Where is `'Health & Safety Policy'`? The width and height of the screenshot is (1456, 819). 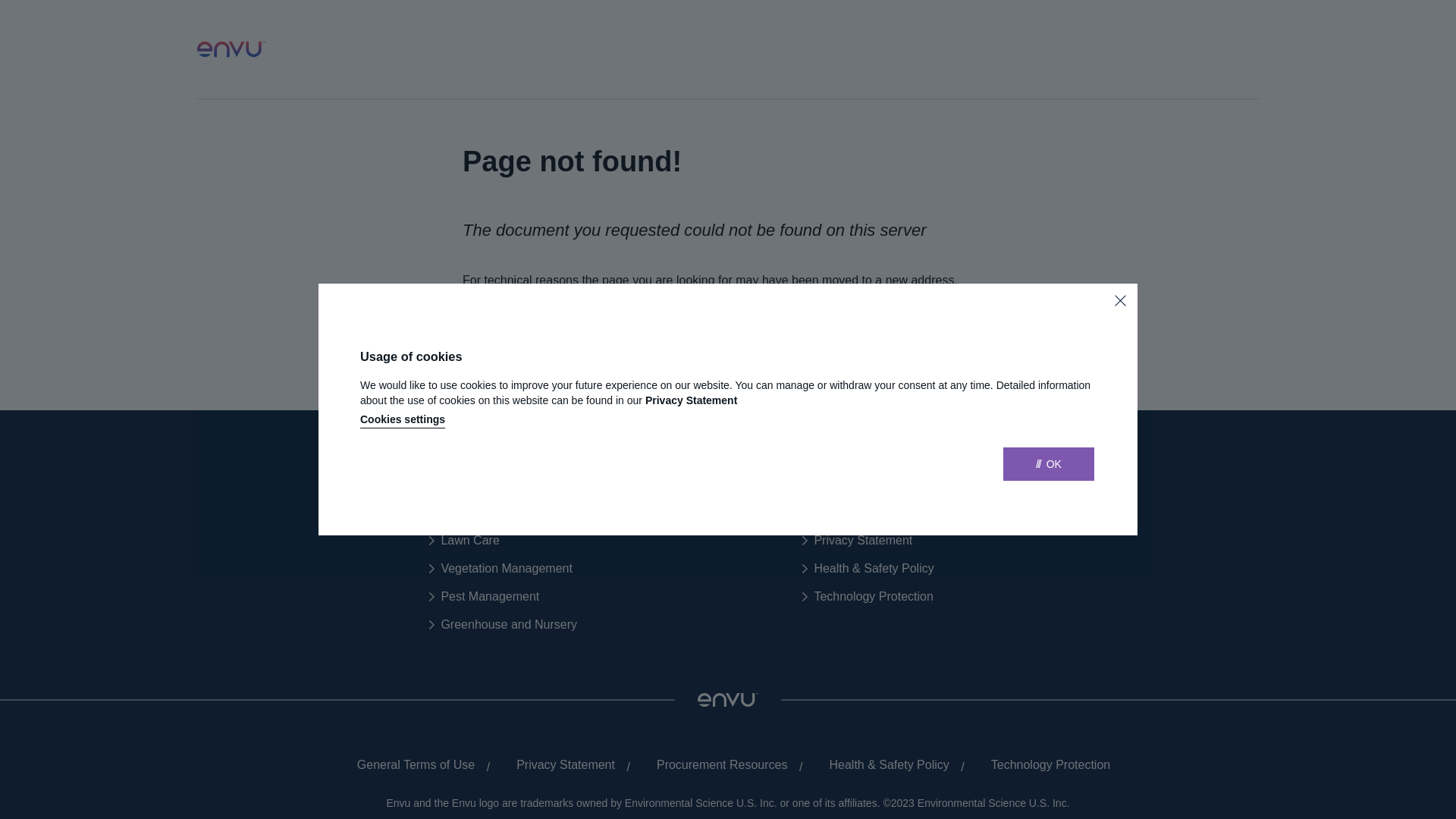 'Health & Safety Policy' is located at coordinates (868, 568).